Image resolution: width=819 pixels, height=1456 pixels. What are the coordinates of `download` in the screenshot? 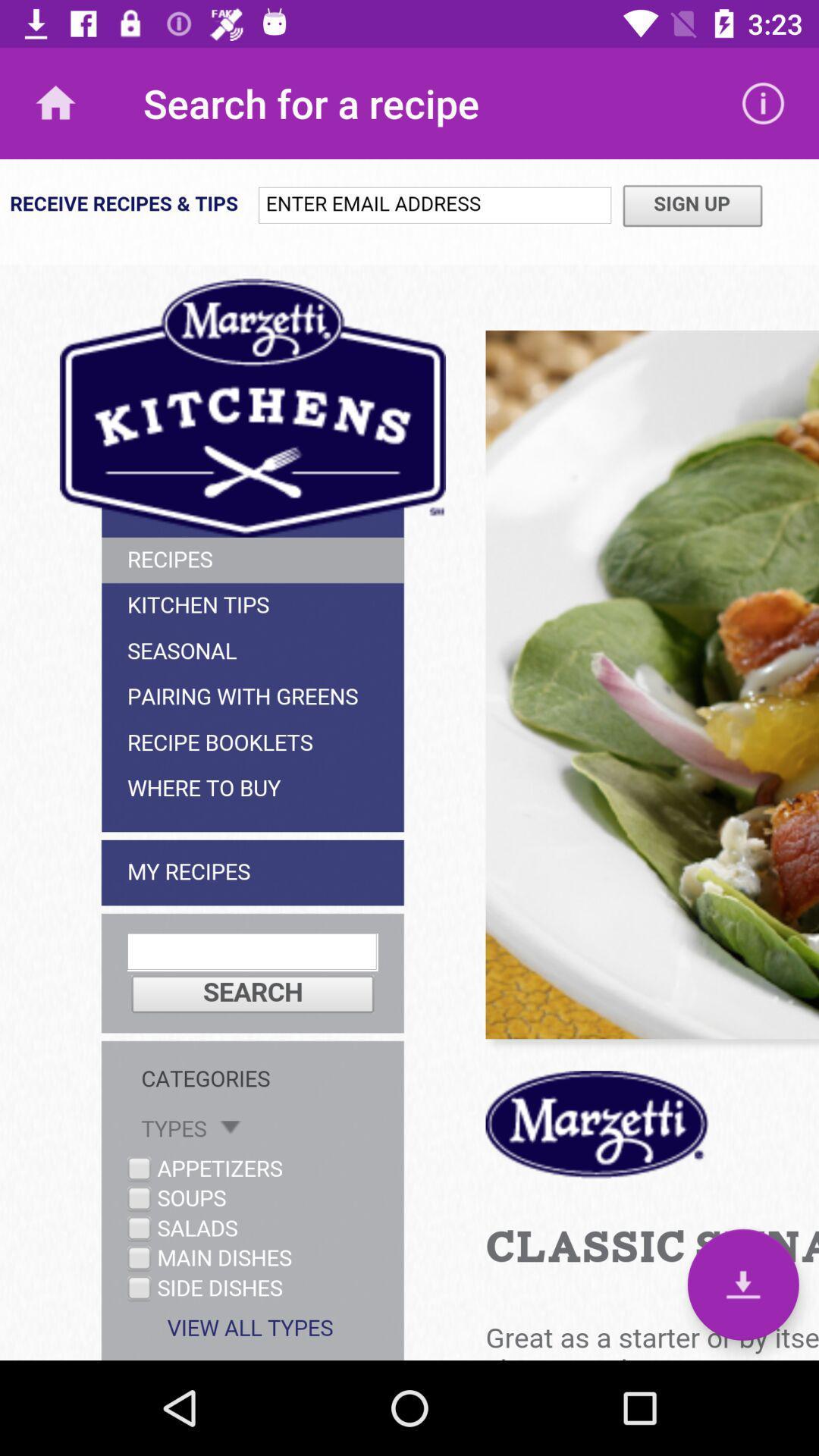 It's located at (742, 1284).